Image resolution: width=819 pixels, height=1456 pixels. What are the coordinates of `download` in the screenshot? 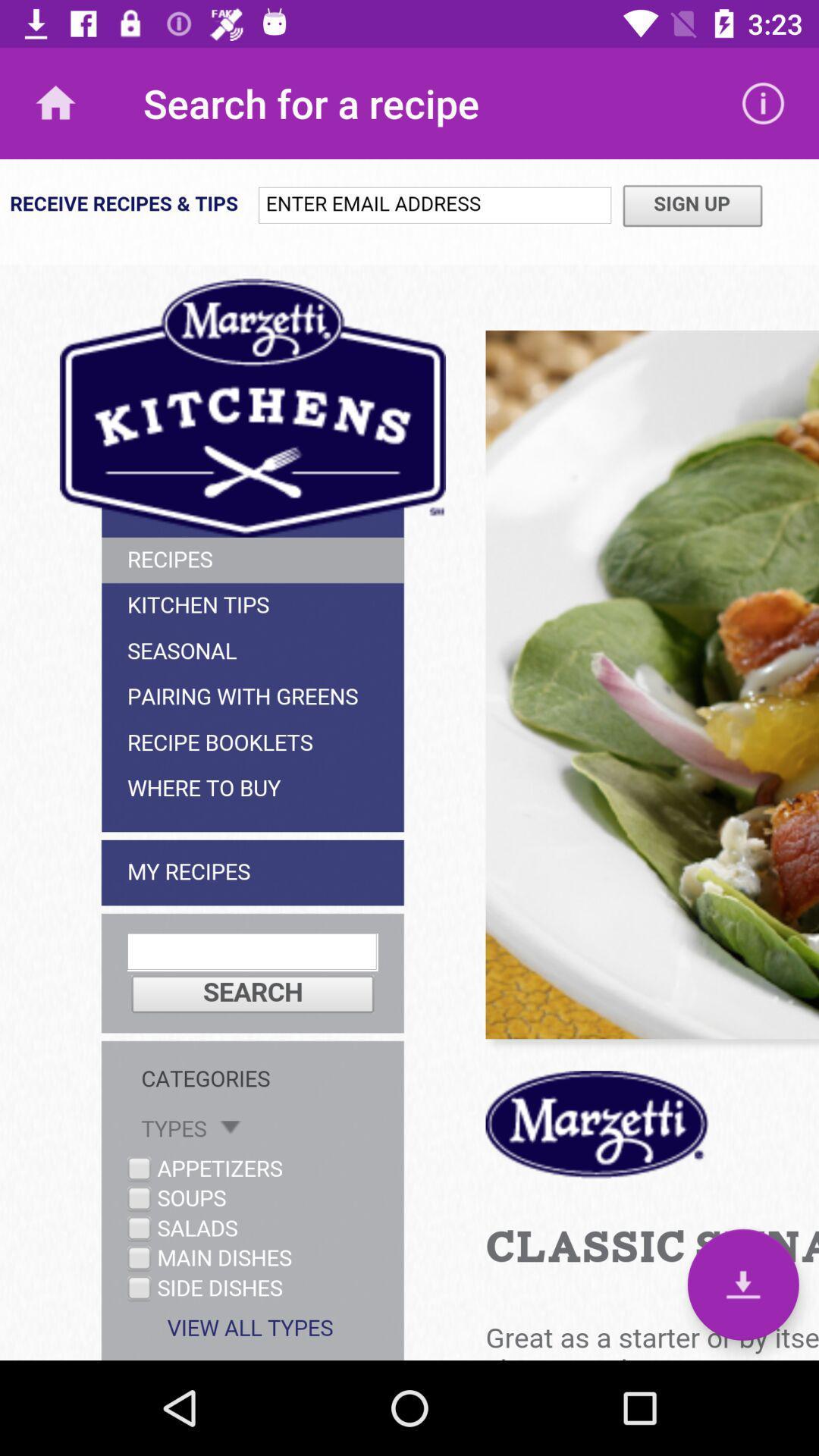 It's located at (742, 1284).